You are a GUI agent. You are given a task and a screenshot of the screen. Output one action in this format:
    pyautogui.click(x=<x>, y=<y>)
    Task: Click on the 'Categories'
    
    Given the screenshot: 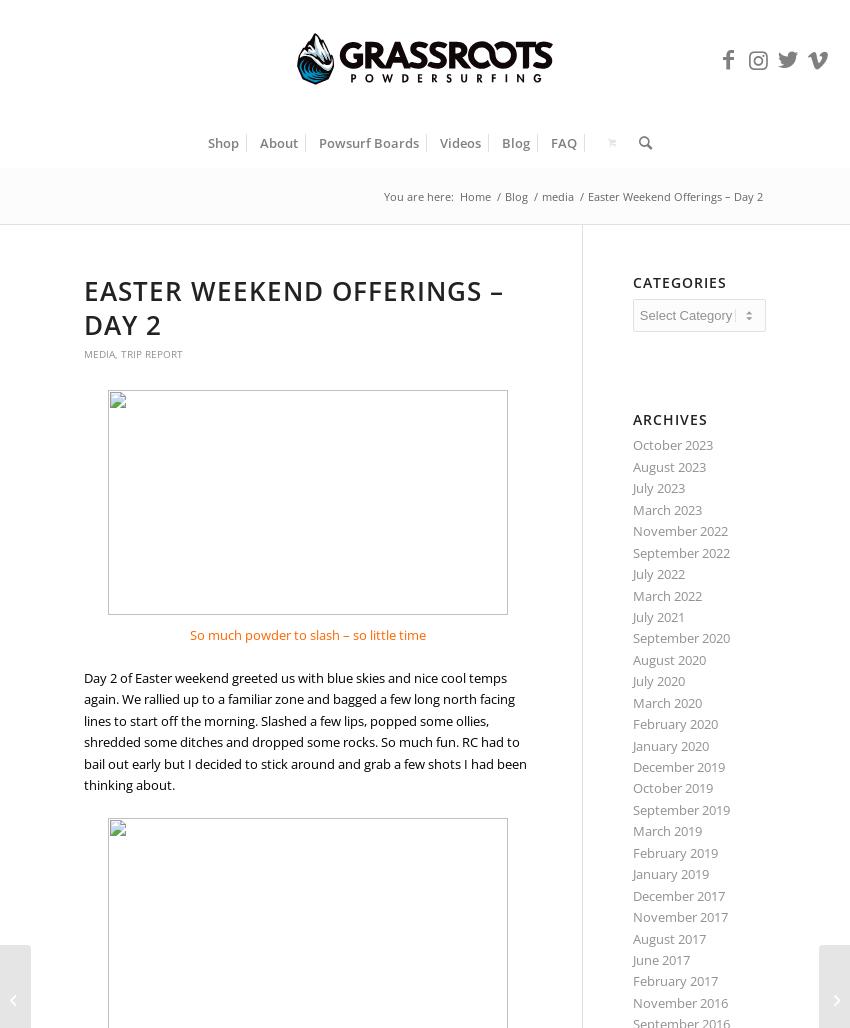 What is the action you would take?
    pyautogui.click(x=678, y=282)
    